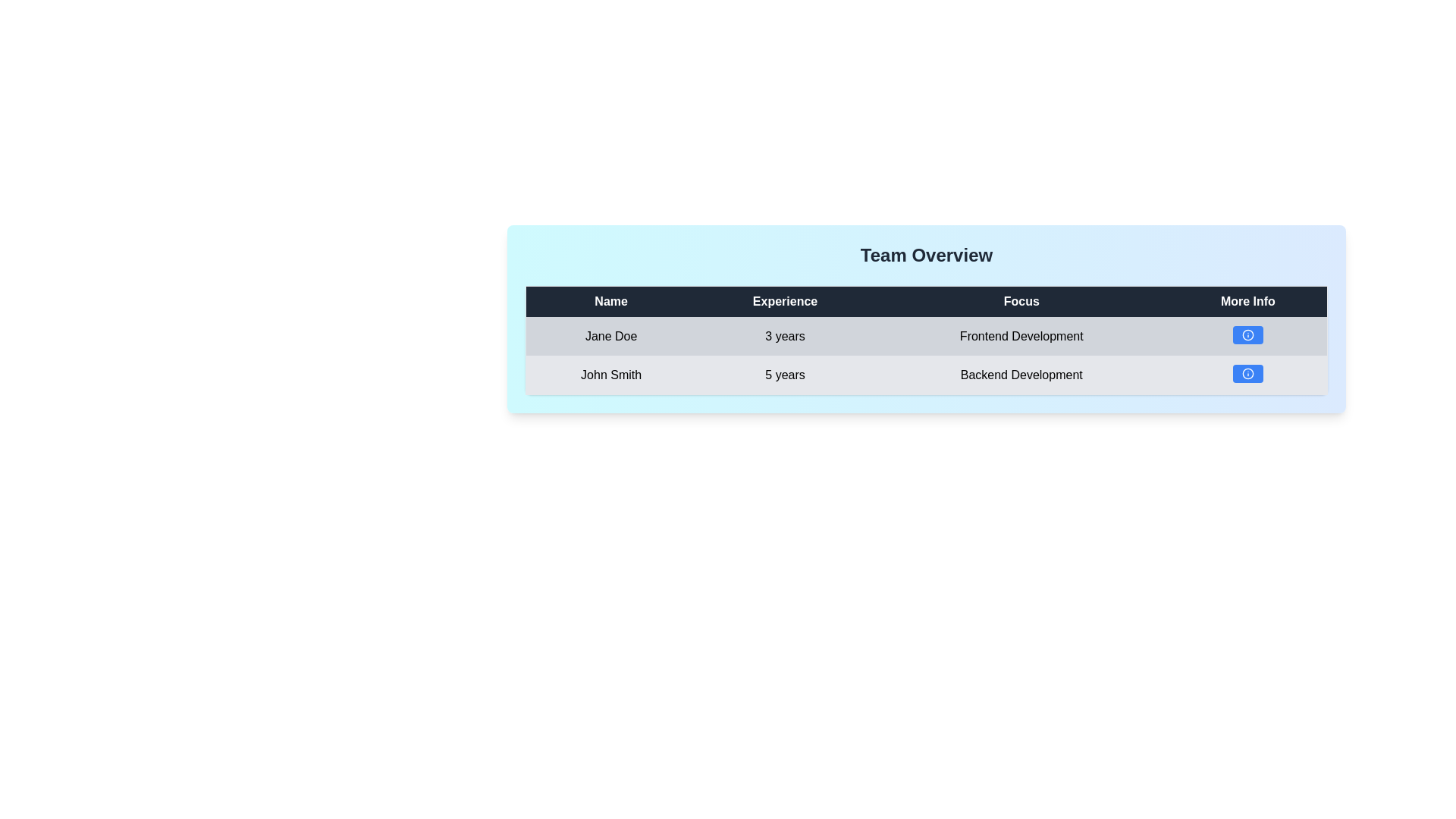  Describe the element at coordinates (1021, 335) in the screenshot. I see `the static text element displaying 'Frontend Development' in the table under the 'Focus' header, which is located in the first row and third column of the 'Team Overview'` at that location.